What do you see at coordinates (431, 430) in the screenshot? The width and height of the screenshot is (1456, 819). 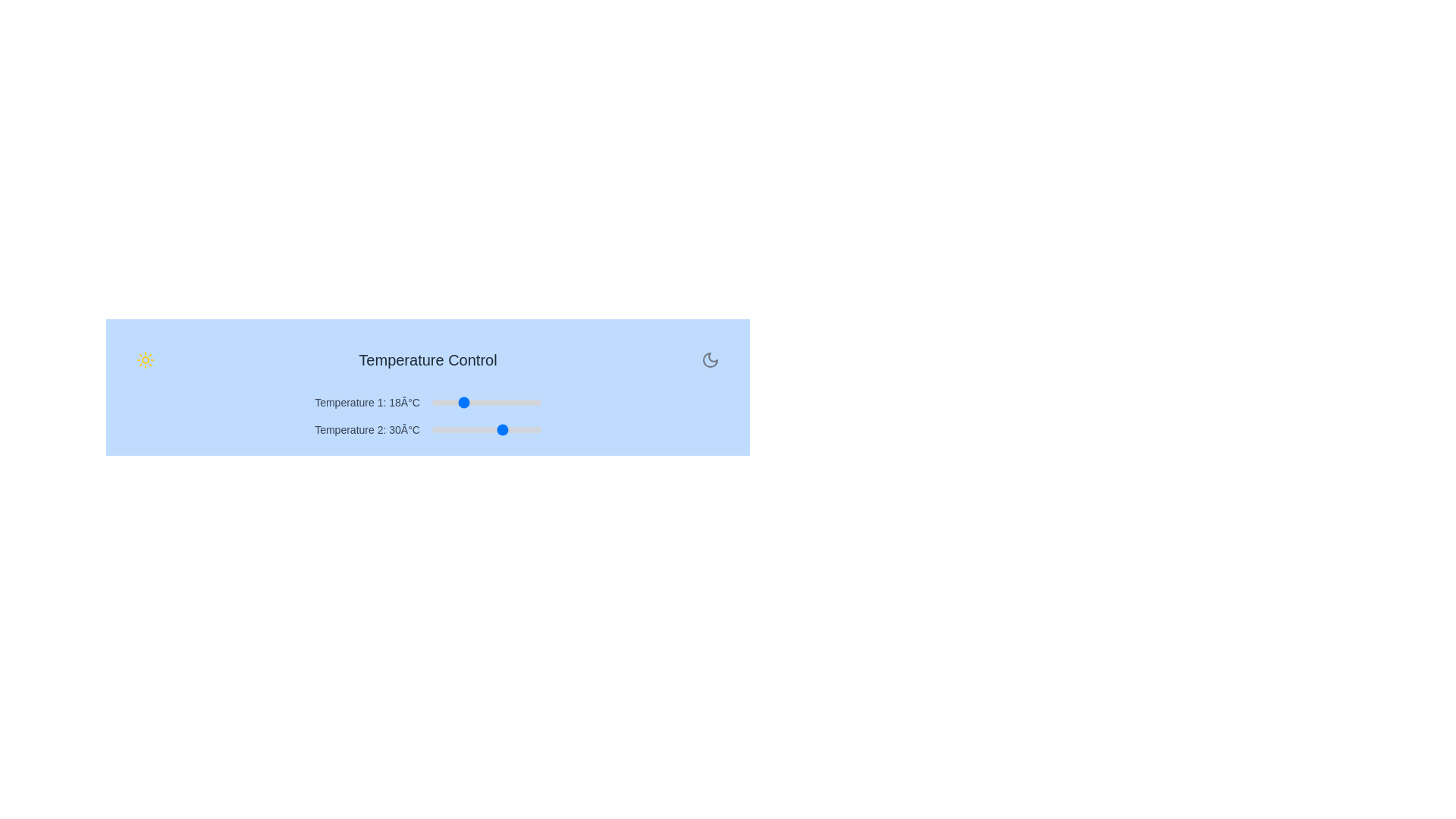 I see `temperature for the second slider` at bounding box center [431, 430].